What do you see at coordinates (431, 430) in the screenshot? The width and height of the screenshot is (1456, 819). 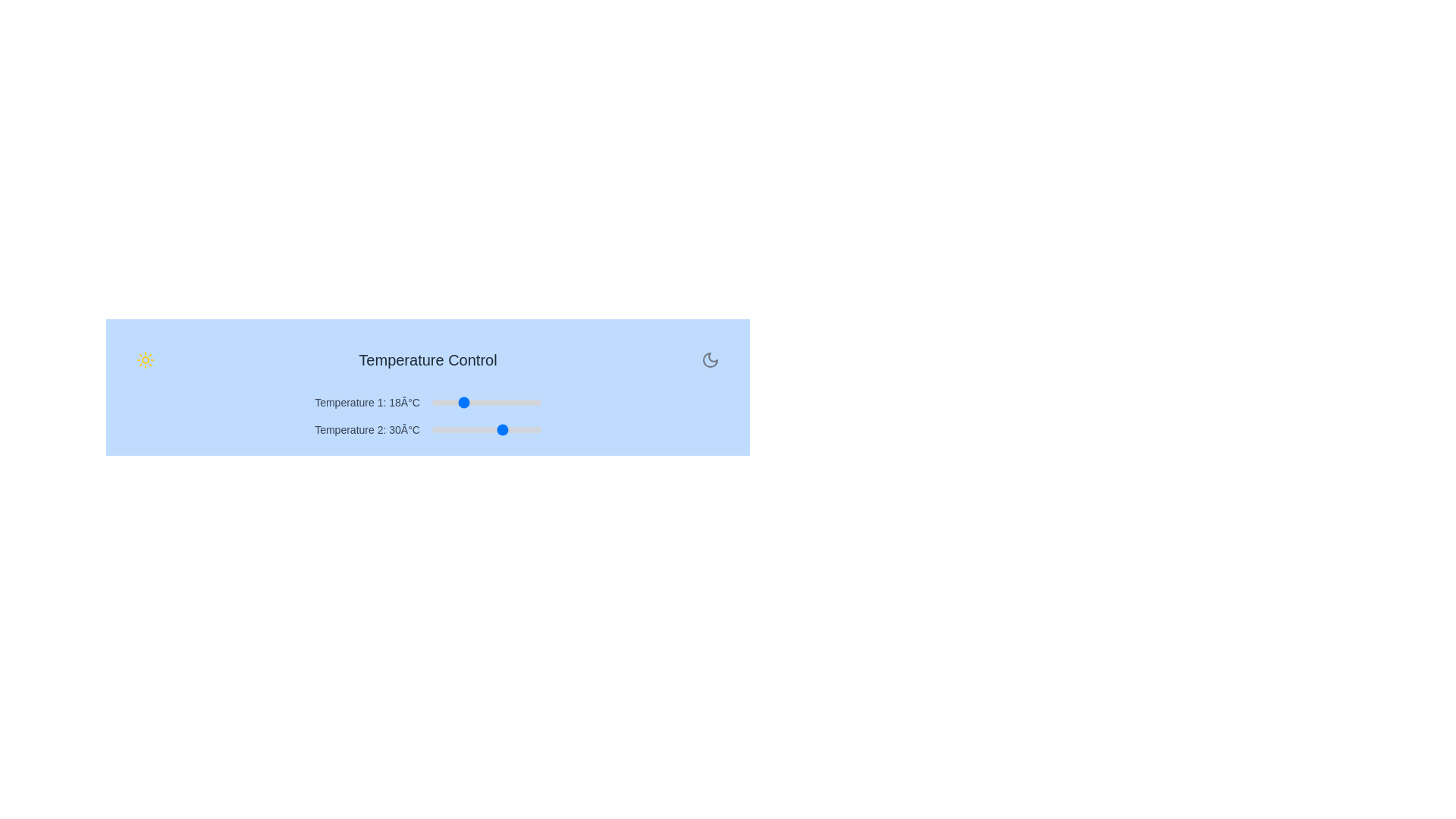 I see `temperature for the second slider` at bounding box center [431, 430].